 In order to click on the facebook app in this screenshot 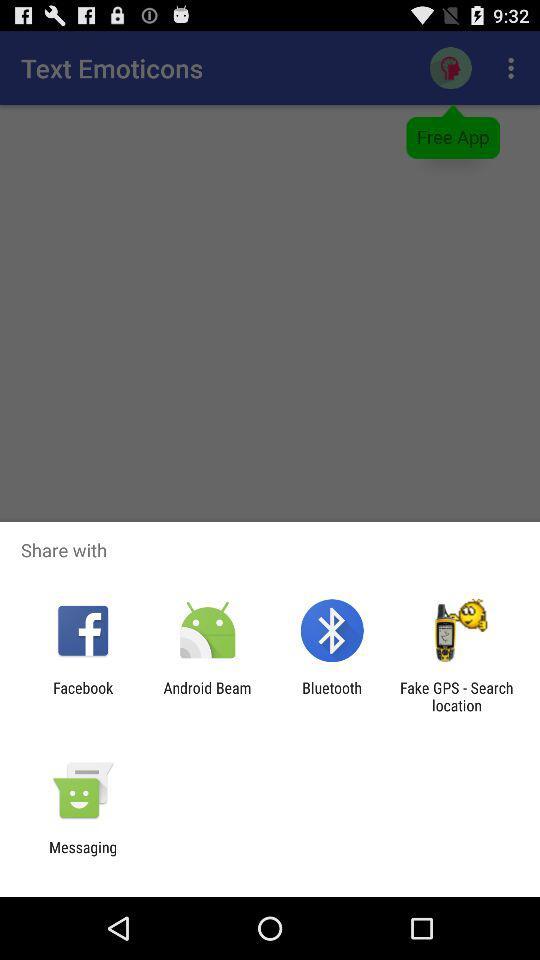, I will do `click(82, 696)`.